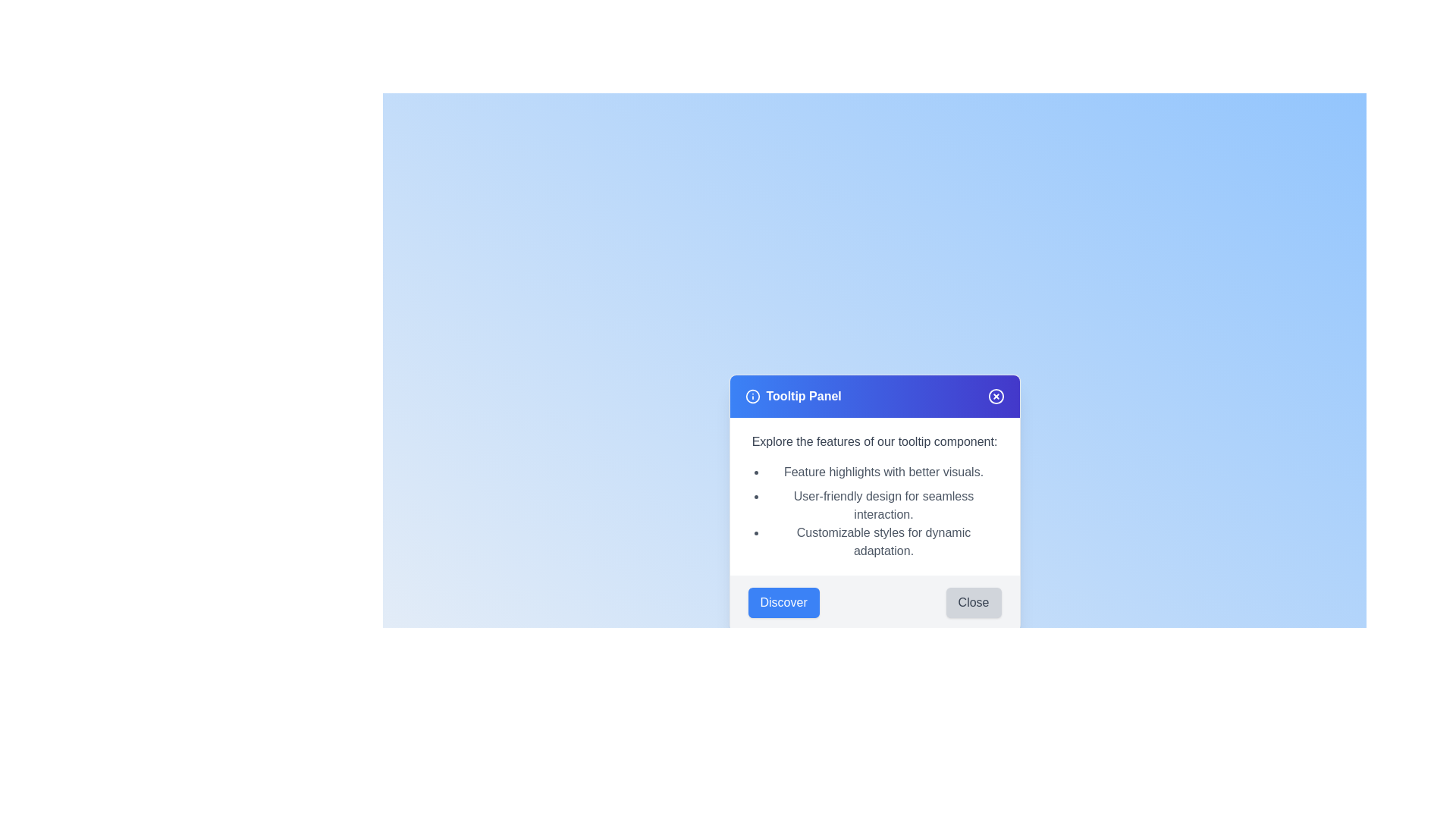 The width and height of the screenshot is (1456, 819). I want to click on text content of the vertical list element displayed in gray font, which is located below the heading 'Explore the features of our tooltip component:' in the content panel, so click(883, 512).